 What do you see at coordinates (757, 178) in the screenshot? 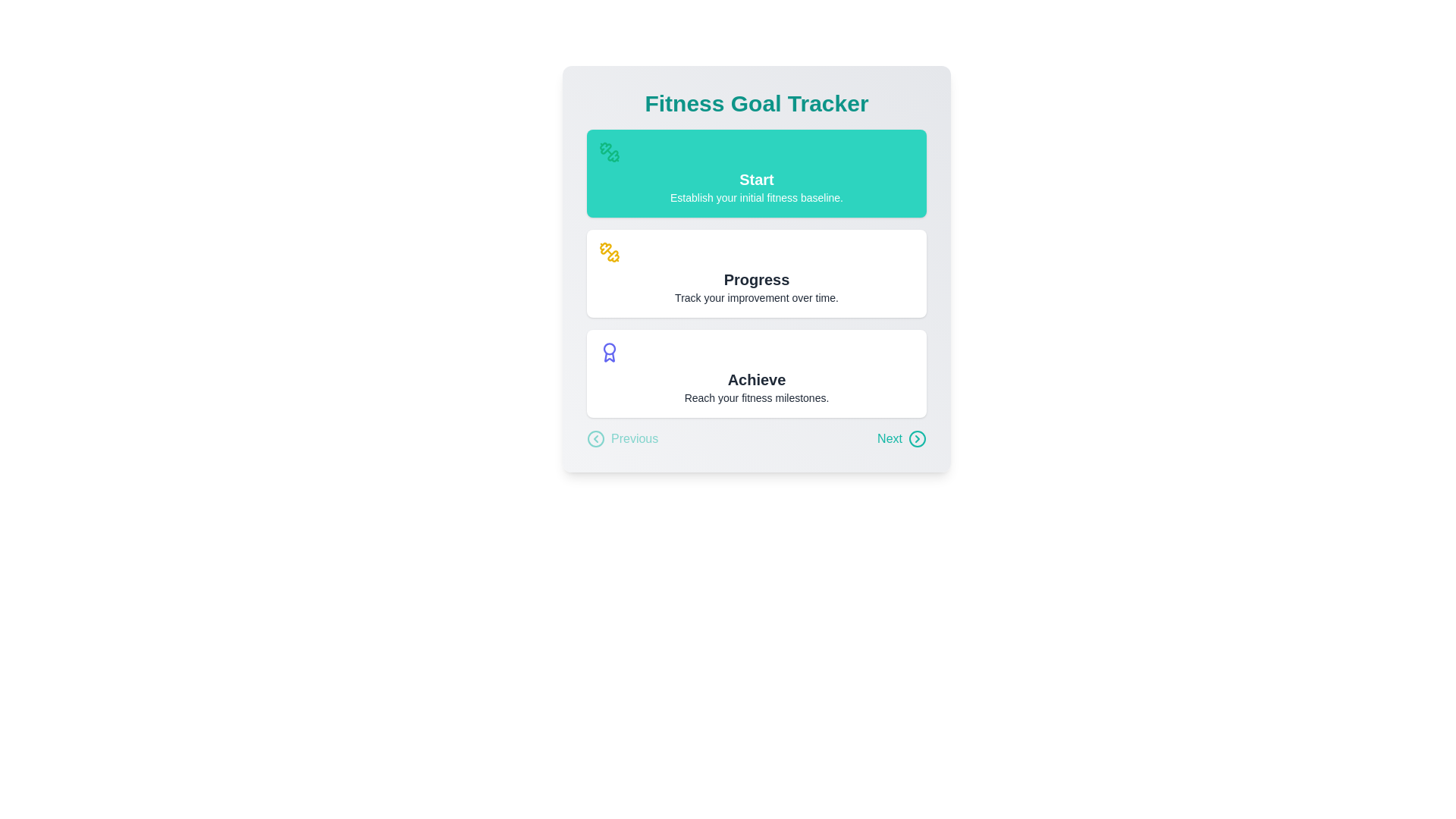
I see `text label that serves as a header for the section, positioned within a teal, rounded rectangle just below the title 'Fitness Goal Tracker'` at bounding box center [757, 178].